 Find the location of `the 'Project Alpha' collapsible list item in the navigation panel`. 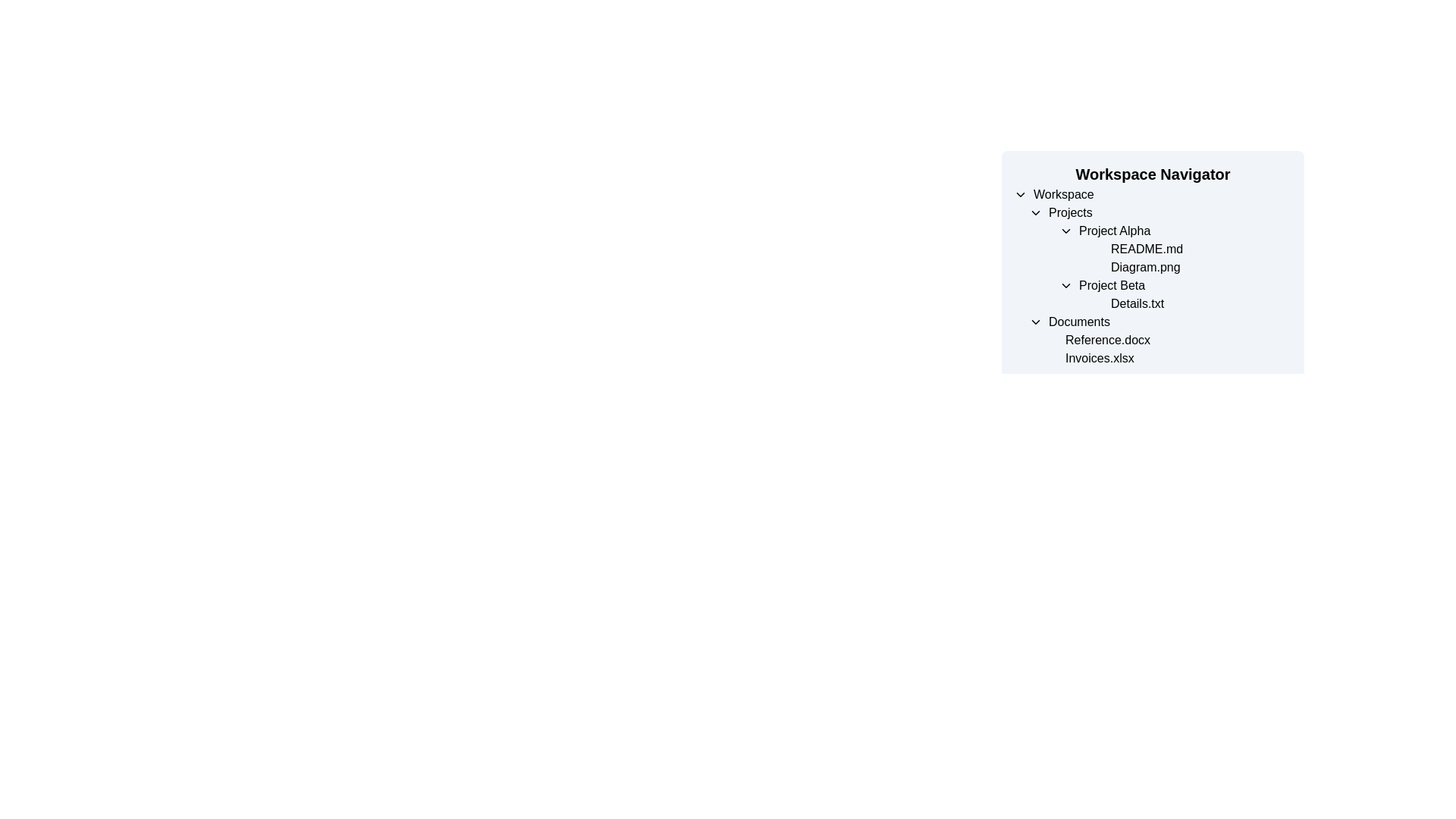

the 'Project Alpha' collapsible list item in the navigation panel is located at coordinates (1175, 231).